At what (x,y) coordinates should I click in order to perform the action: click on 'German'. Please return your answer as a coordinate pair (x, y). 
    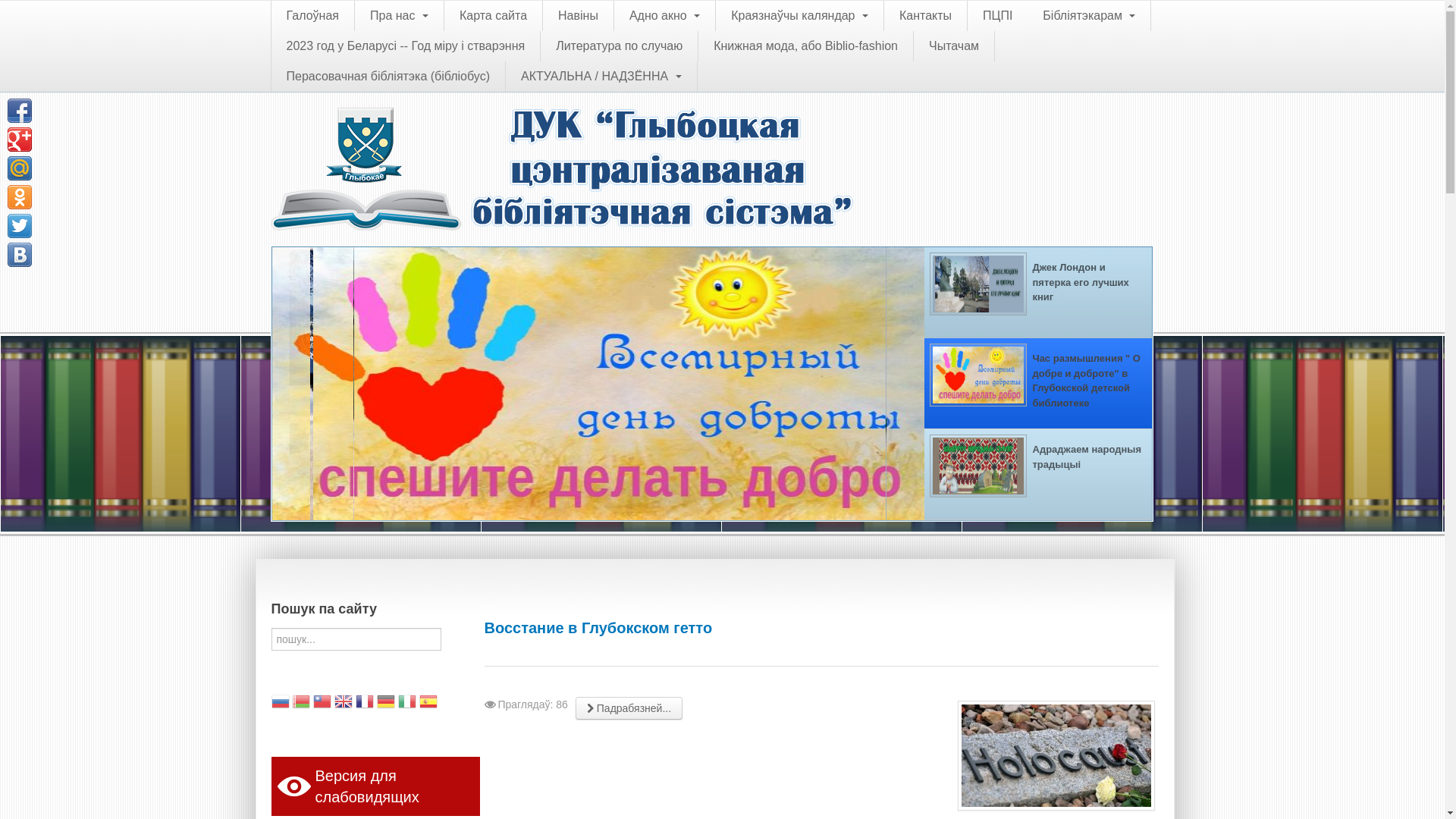
    Looking at the image, I should click on (385, 703).